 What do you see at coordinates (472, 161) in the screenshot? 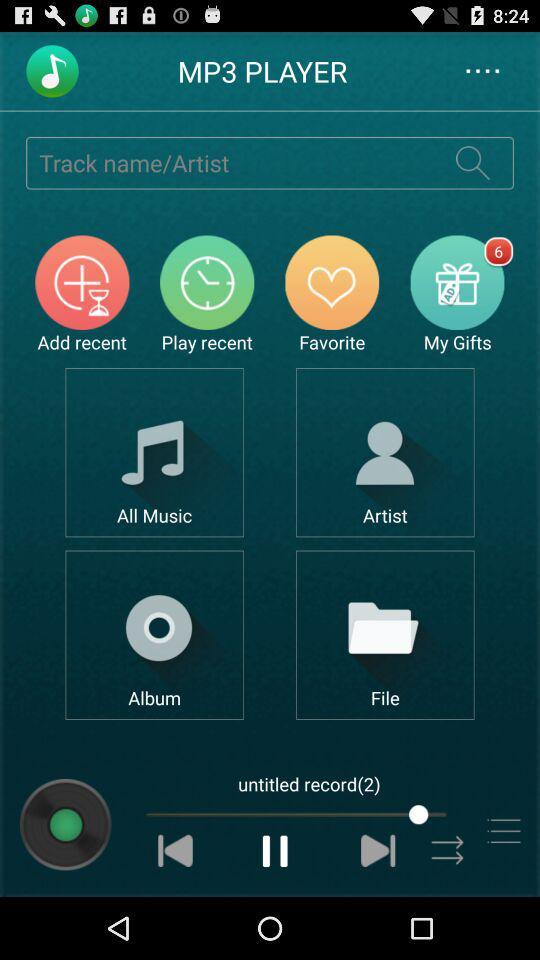
I see `search for name/artist` at bounding box center [472, 161].